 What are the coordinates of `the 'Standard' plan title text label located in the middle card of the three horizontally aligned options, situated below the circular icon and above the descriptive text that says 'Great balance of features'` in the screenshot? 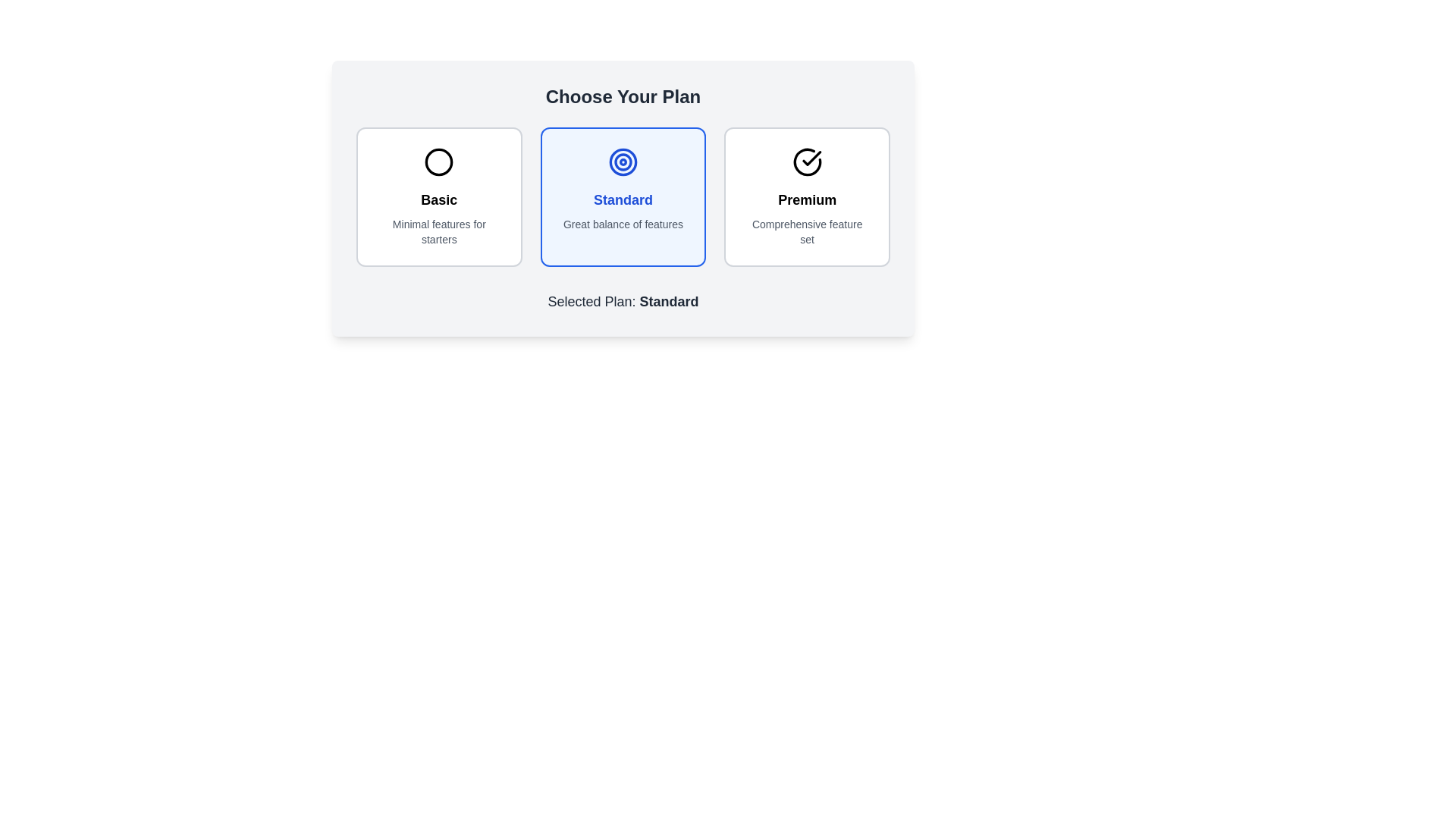 It's located at (623, 199).